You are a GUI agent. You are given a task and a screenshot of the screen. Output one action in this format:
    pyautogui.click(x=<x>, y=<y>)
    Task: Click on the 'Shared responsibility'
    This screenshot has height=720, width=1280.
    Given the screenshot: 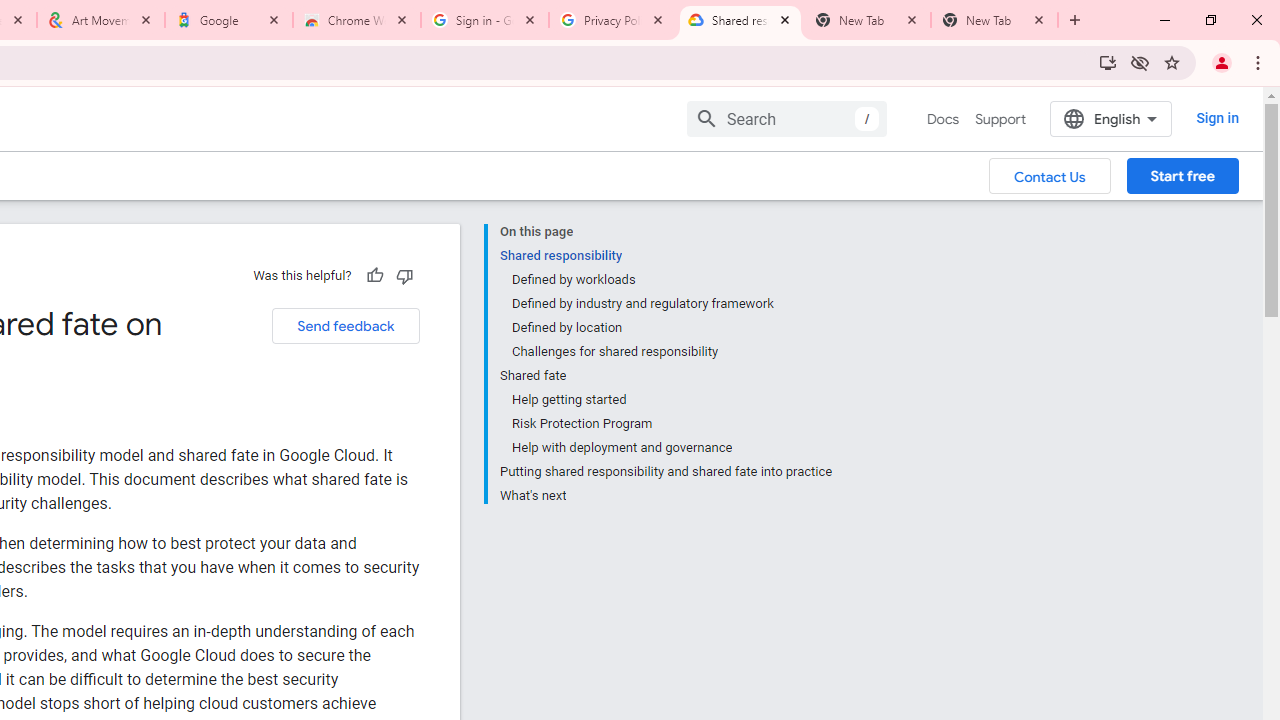 What is the action you would take?
    pyautogui.click(x=665, y=254)
    